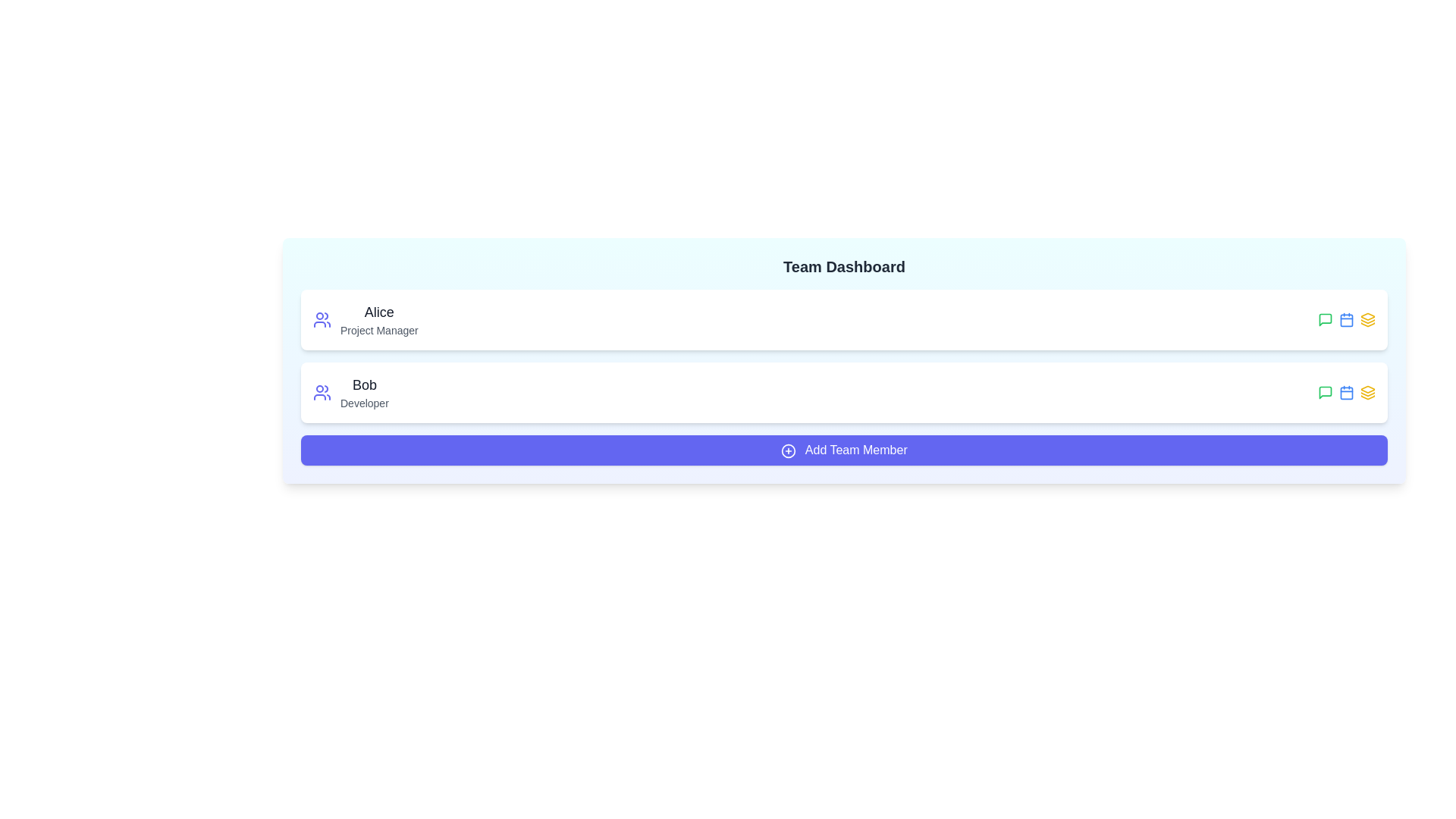 The width and height of the screenshot is (1456, 819). Describe the element at coordinates (379, 312) in the screenshot. I see `the text label representing the name 'Alice' in the user list, which serves as a visual identifier within the first user card` at that location.